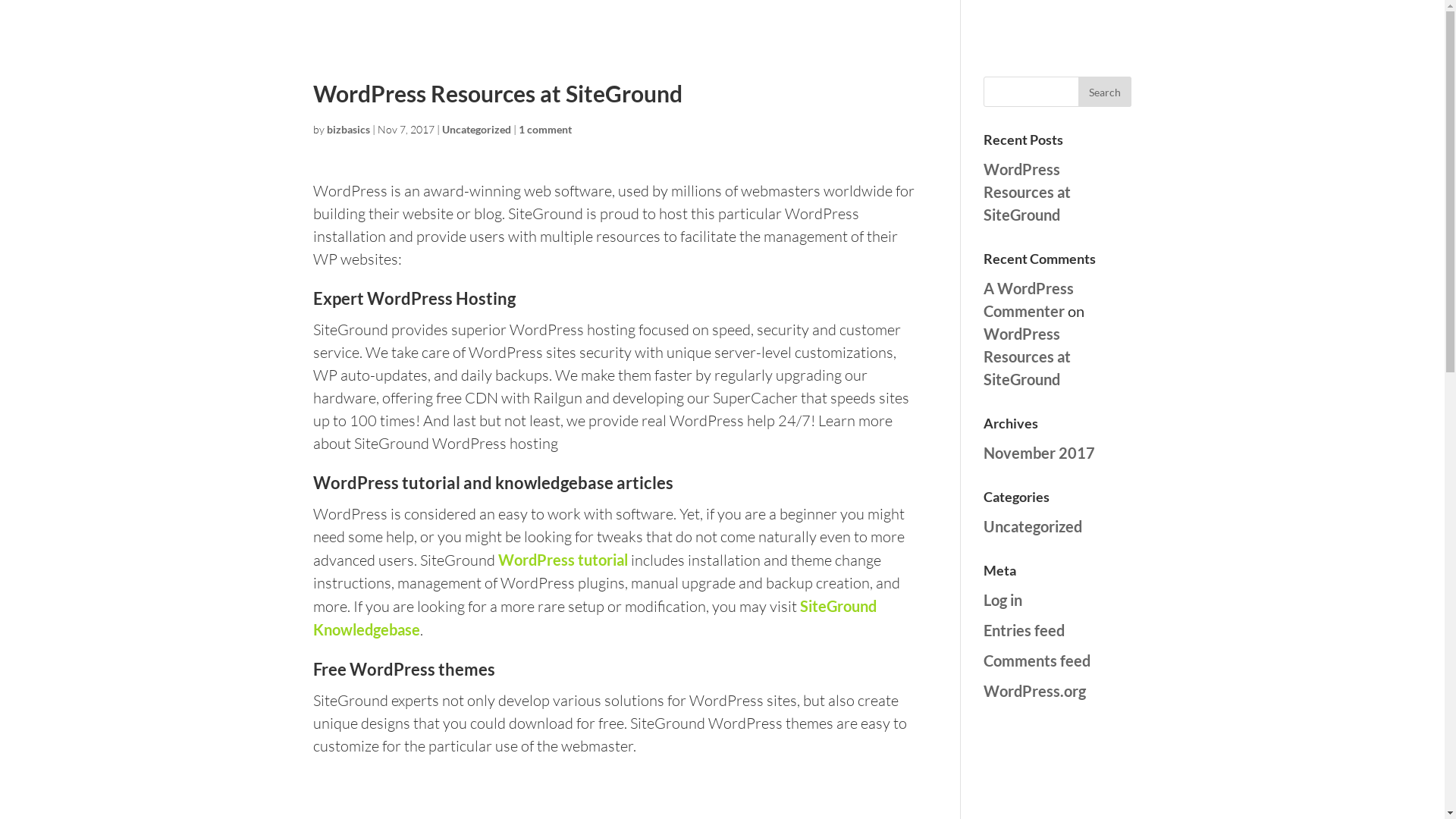 Image resolution: width=1456 pixels, height=819 pixels. What do you see at coordinates (983, 299) in the screenshot?
I see `'A WordPress Commenter'` at bounding box center [983, 299].